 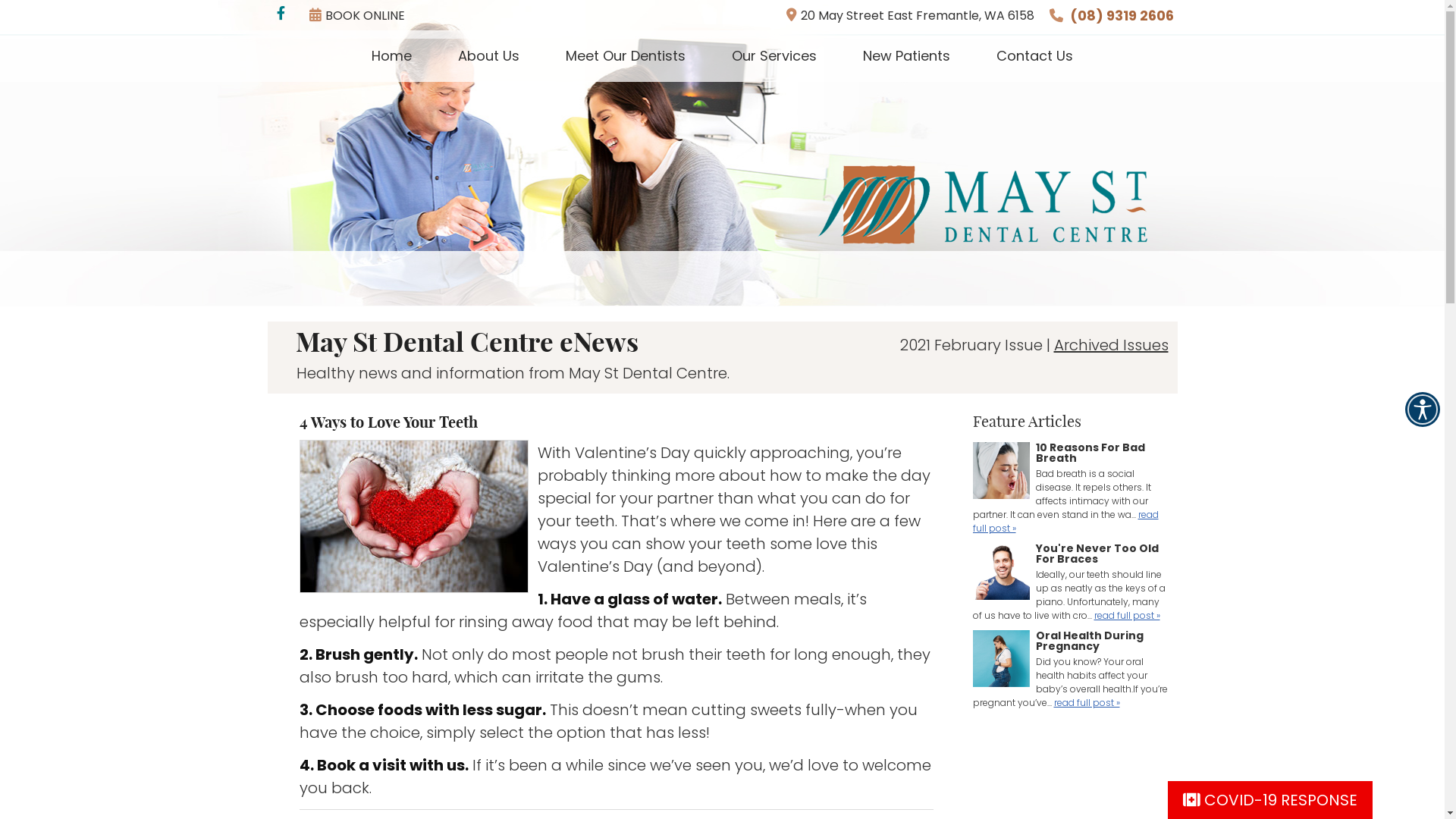 I want to click on 'Our Services', so click(x=774, y=55).